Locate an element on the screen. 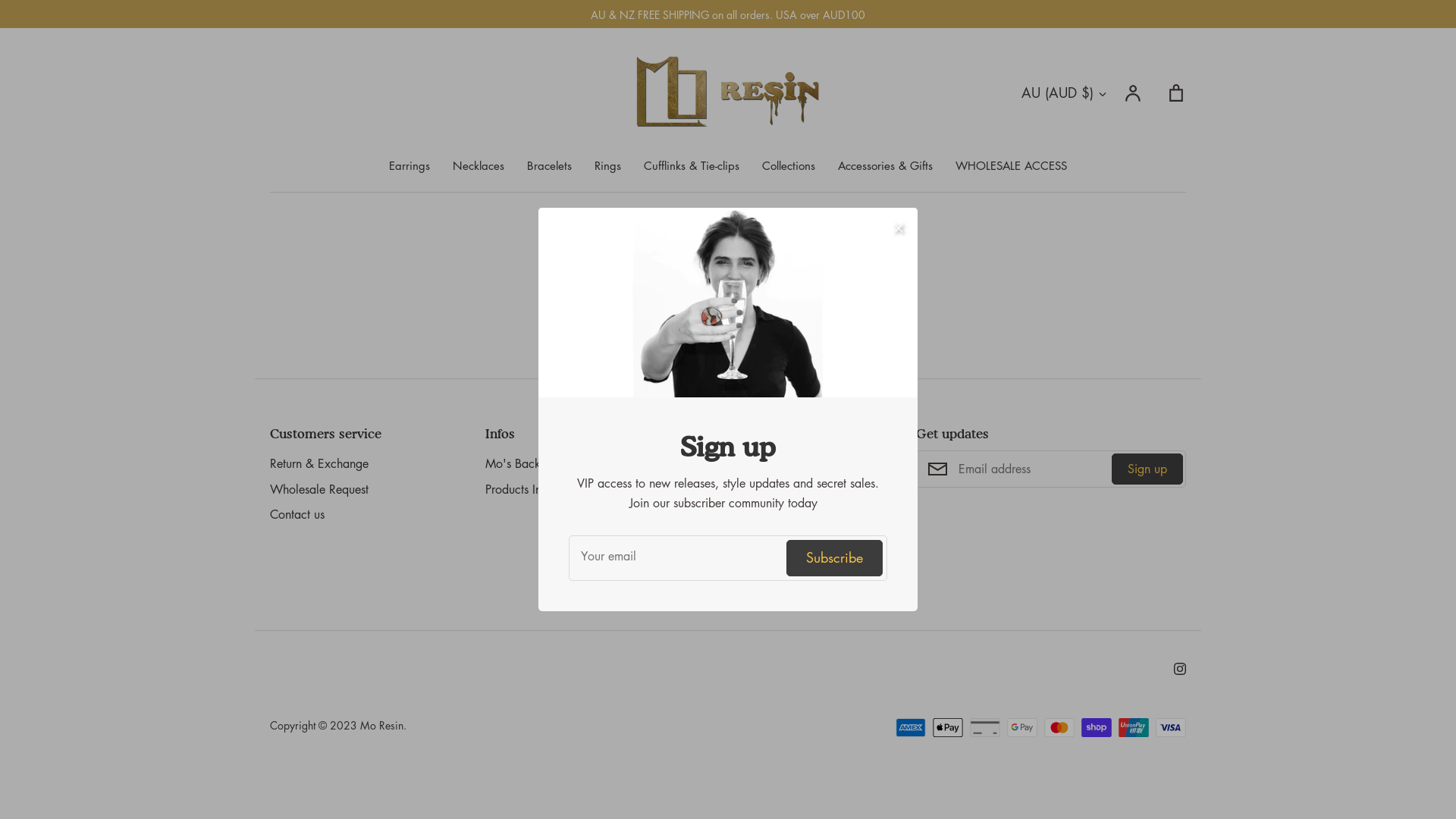 The image size is (1456, 819). 'Collections' is located at coordinates (789, 165).